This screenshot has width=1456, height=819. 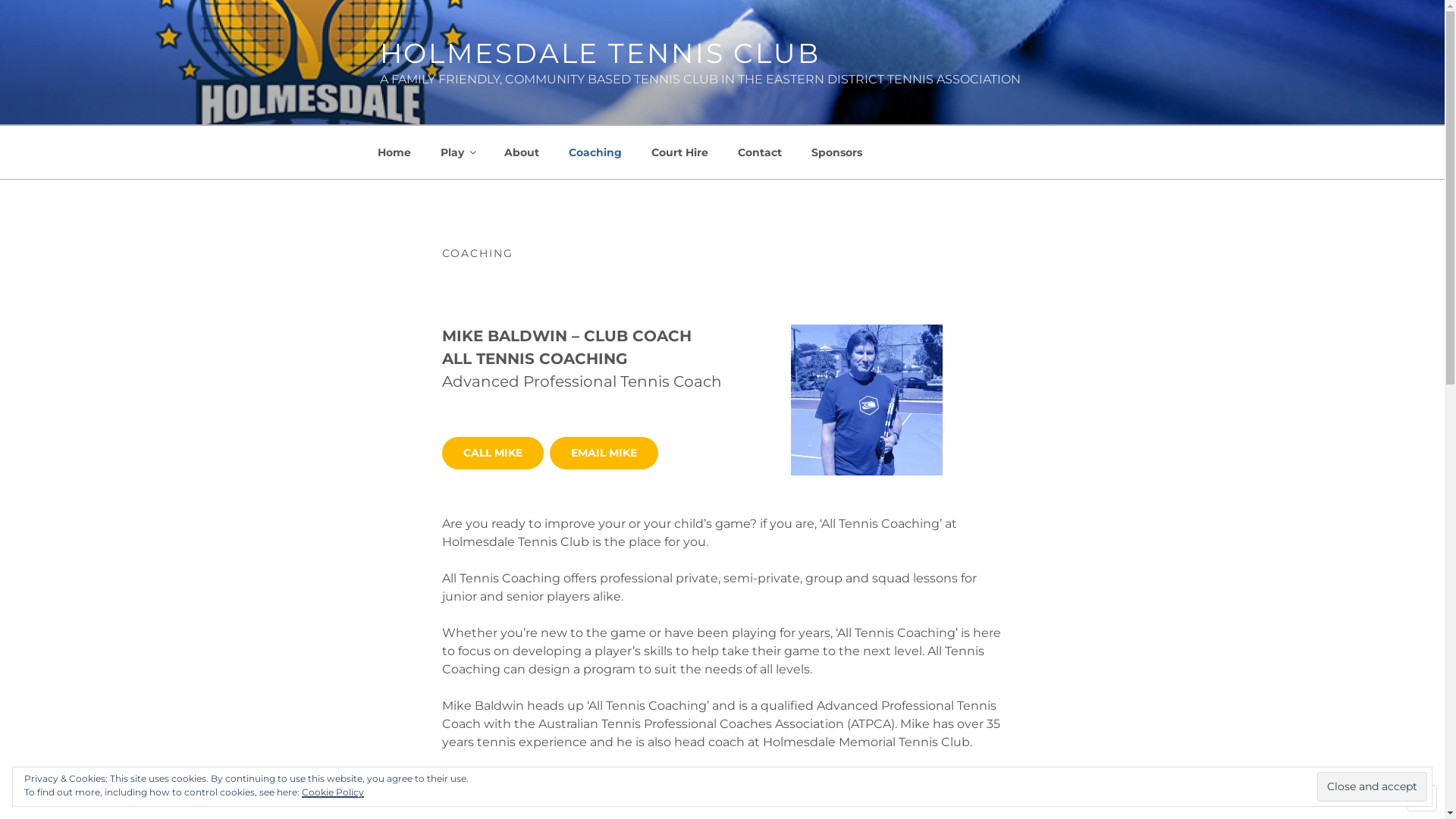 What do you see at coordinates (679, 152) in the screenshot?
I see `'Court Hire'` at bounding box center [679, 152].